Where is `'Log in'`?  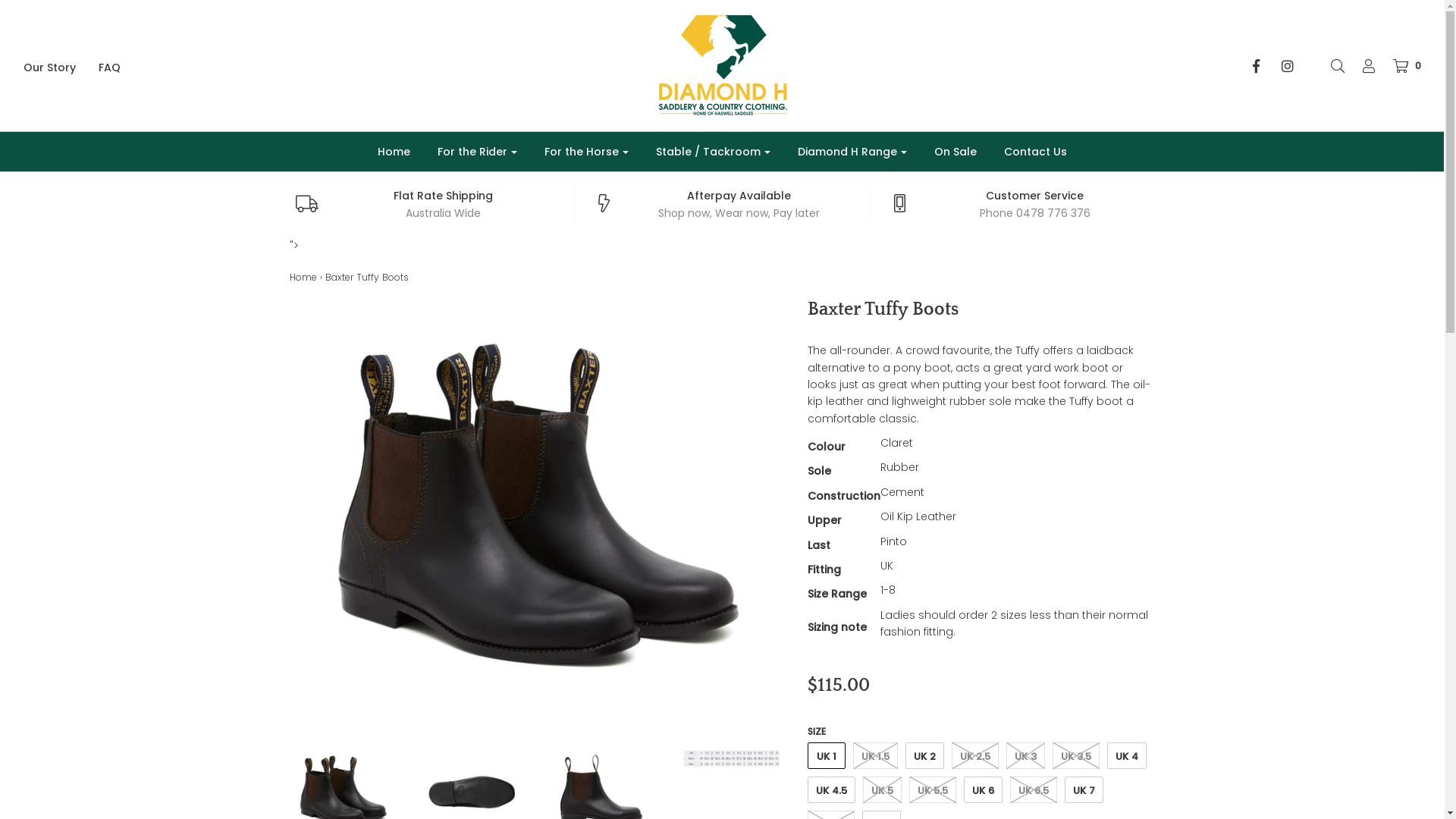
'Log in' is located at coordinates (1361, 65).